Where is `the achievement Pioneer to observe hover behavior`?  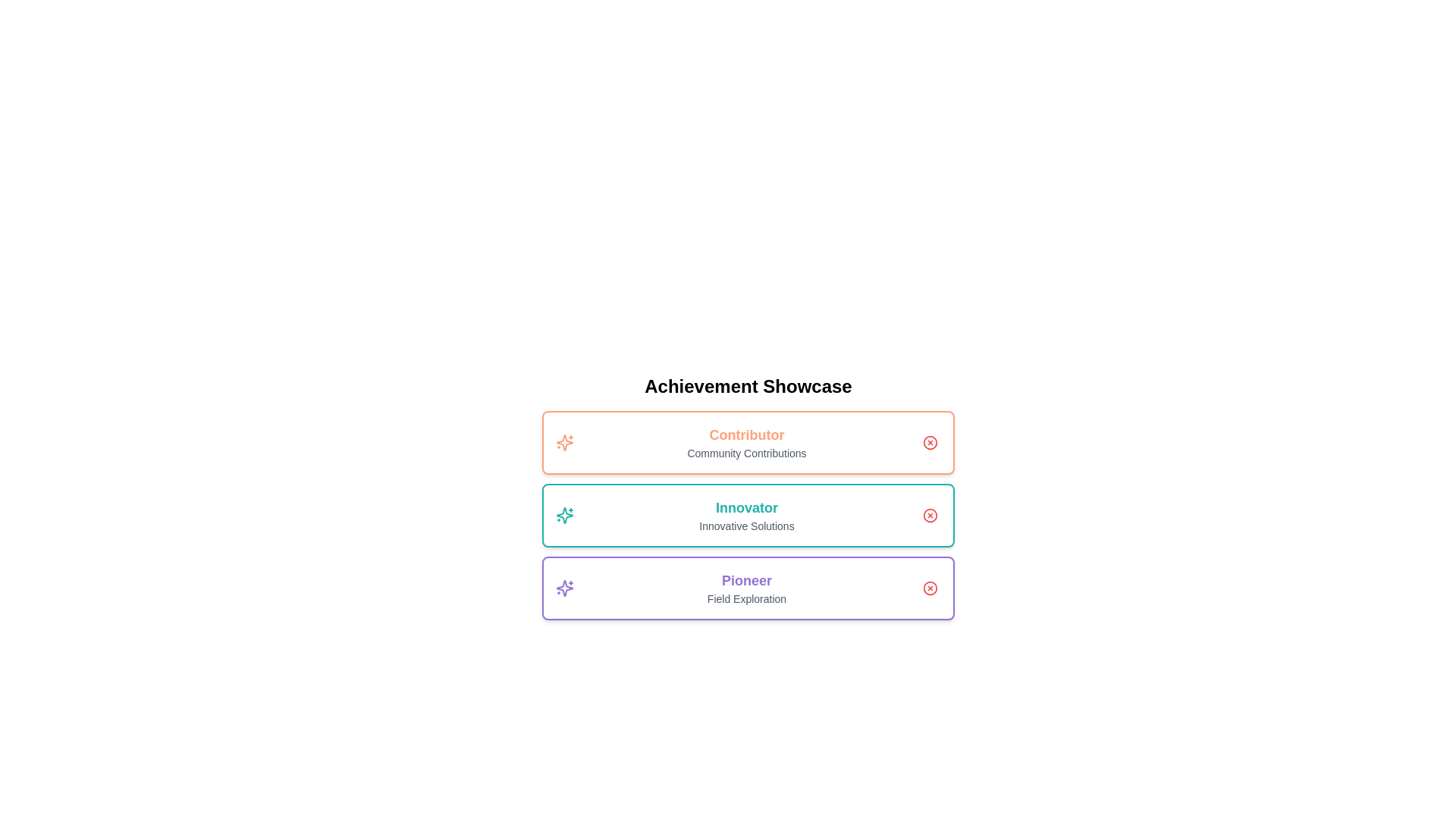 the achievement Pioneer to observe hover behavior is located at coordinates (748, 587).